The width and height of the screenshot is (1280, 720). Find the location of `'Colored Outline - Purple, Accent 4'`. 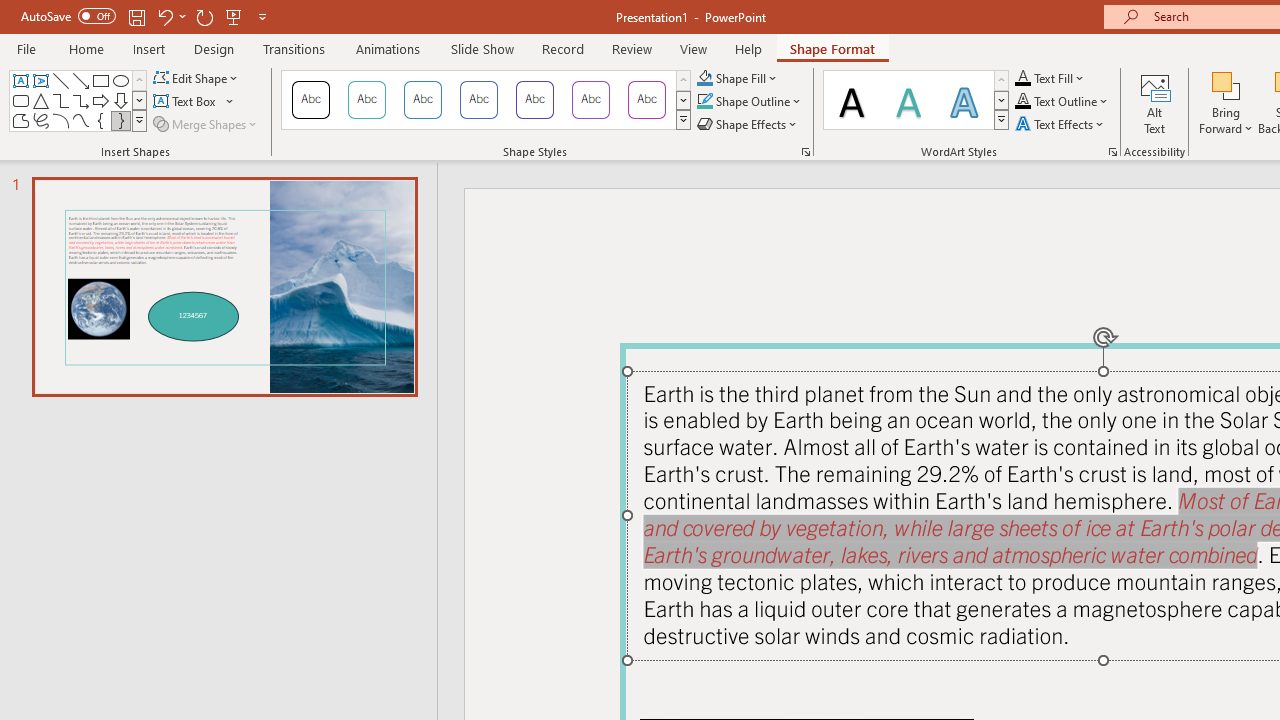

'Colored Outline - Purple, Accent 4' is located at coordinates (535, 100).